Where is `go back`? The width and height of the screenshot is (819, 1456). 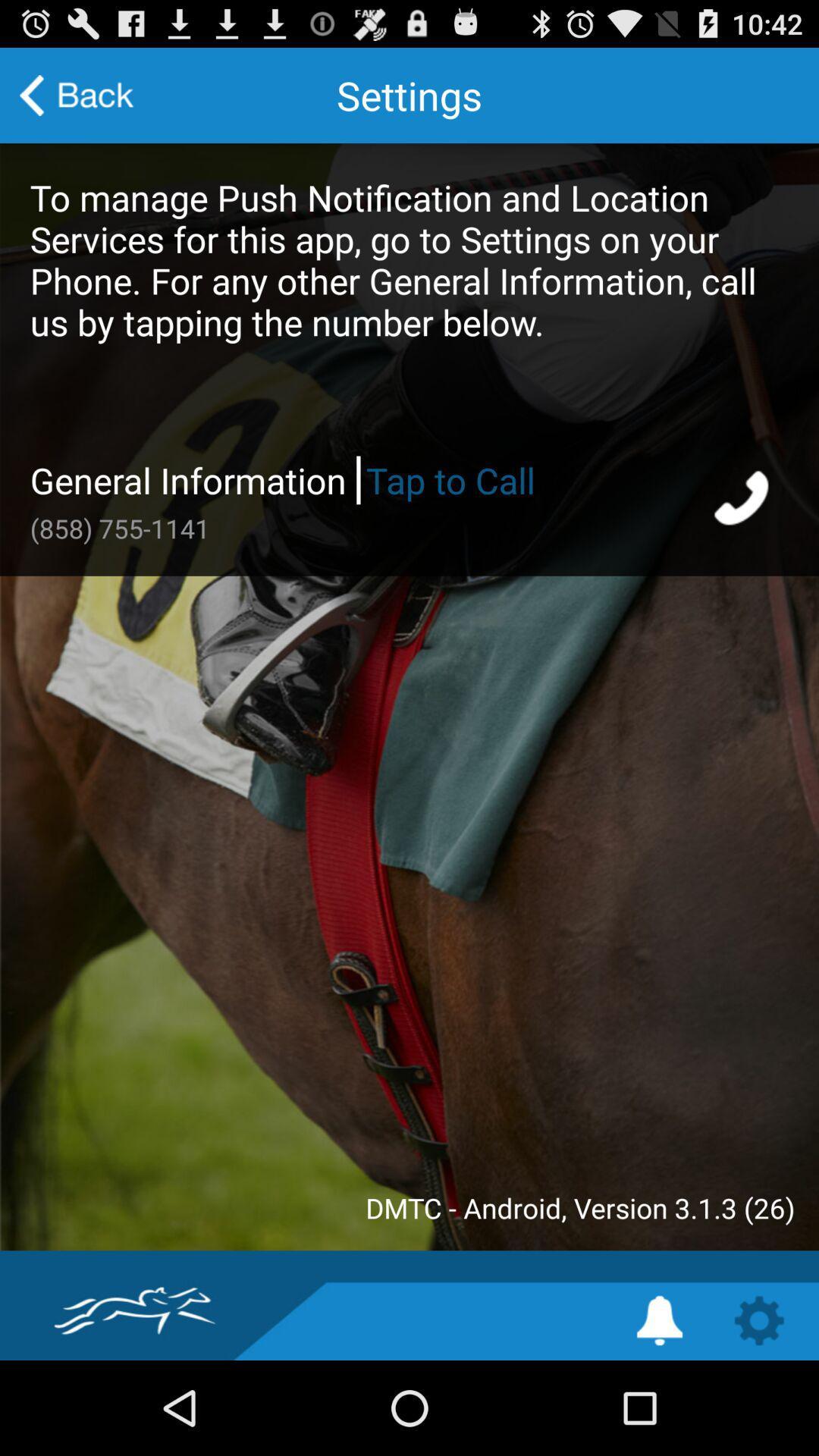
go back is located at coordinates (77, 94).